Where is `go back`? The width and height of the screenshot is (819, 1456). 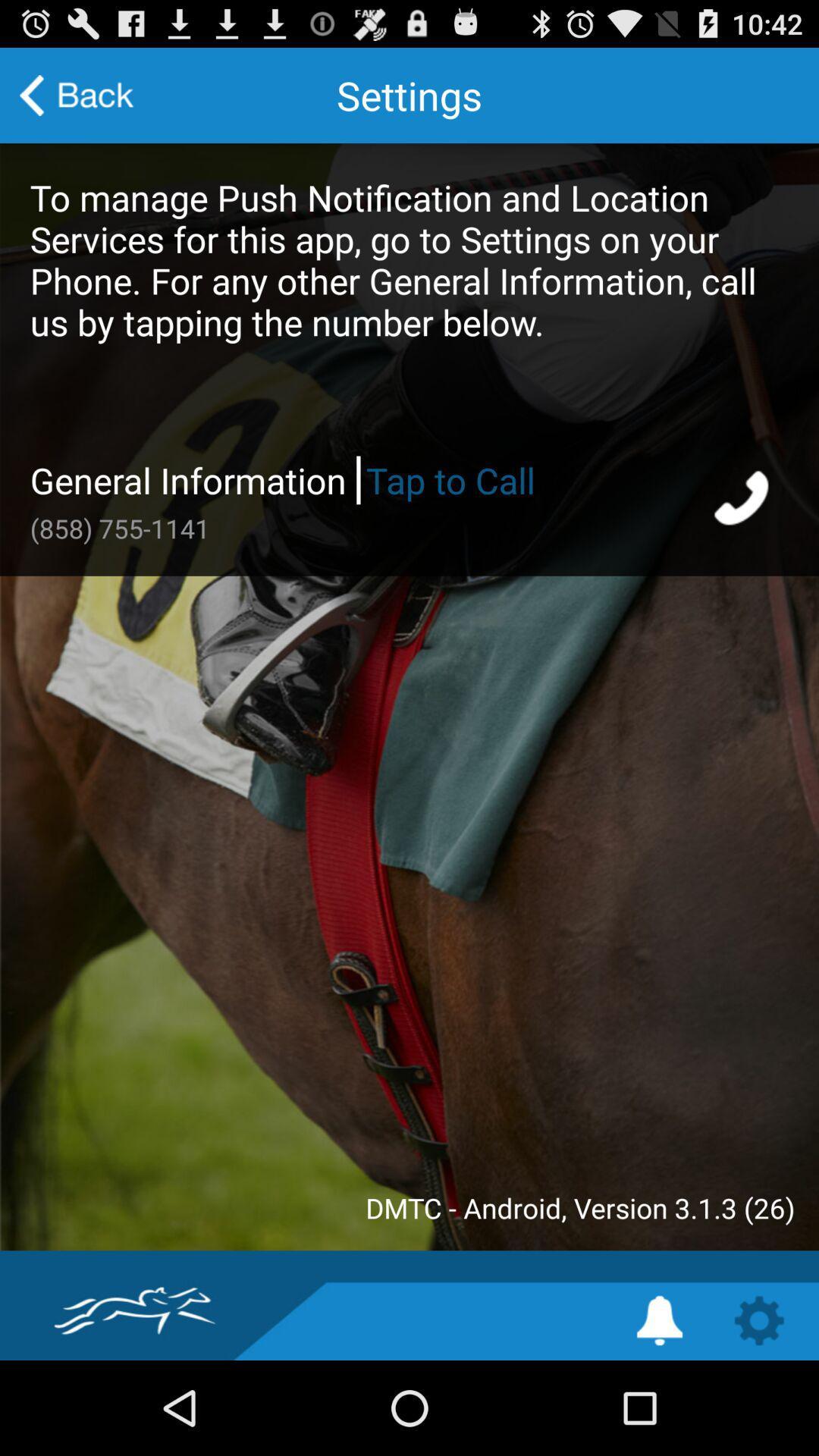
go back is located at coordinates (77, 94).